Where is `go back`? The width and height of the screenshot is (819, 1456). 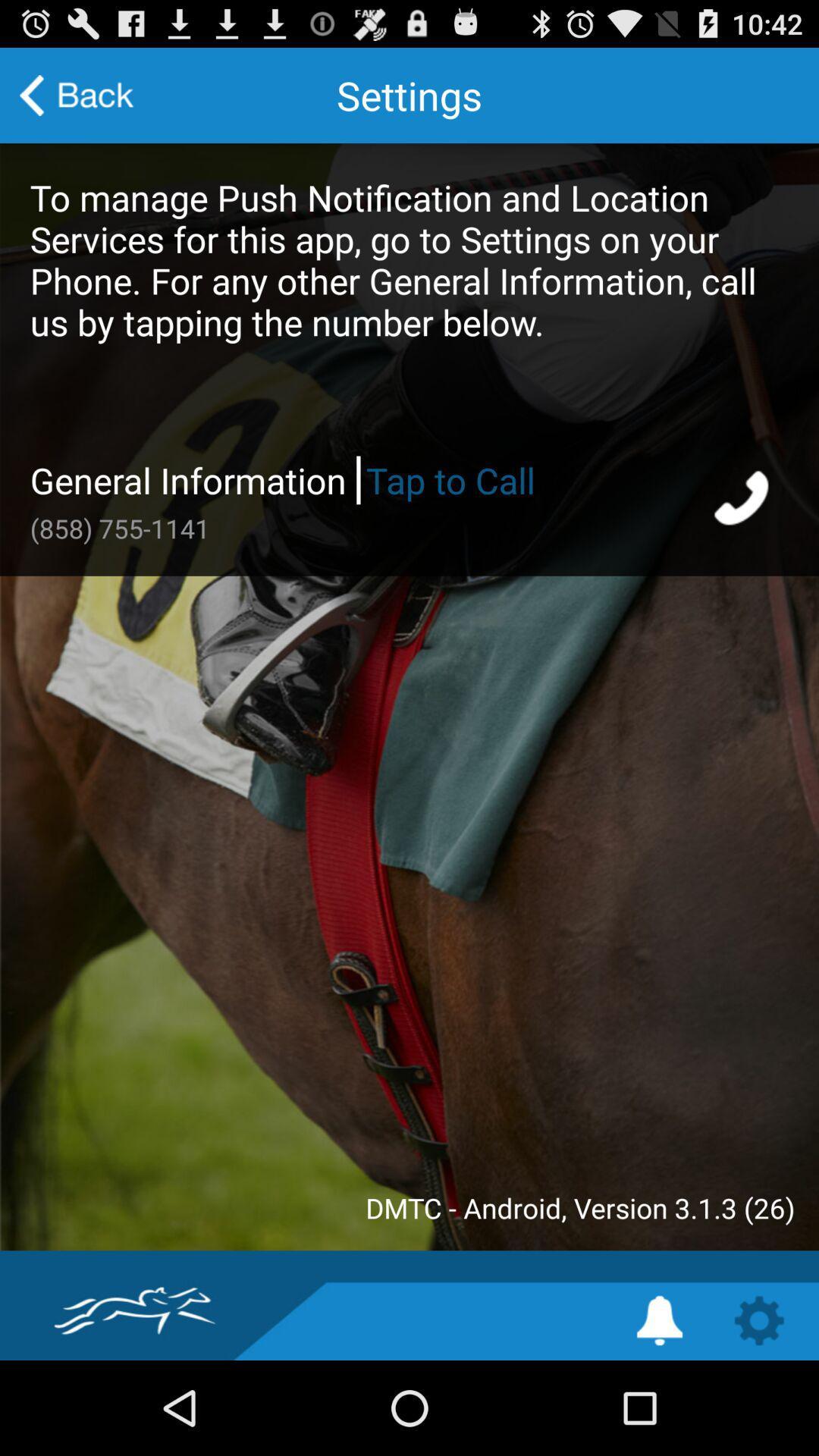
go back is located at coordinates (77, 94).